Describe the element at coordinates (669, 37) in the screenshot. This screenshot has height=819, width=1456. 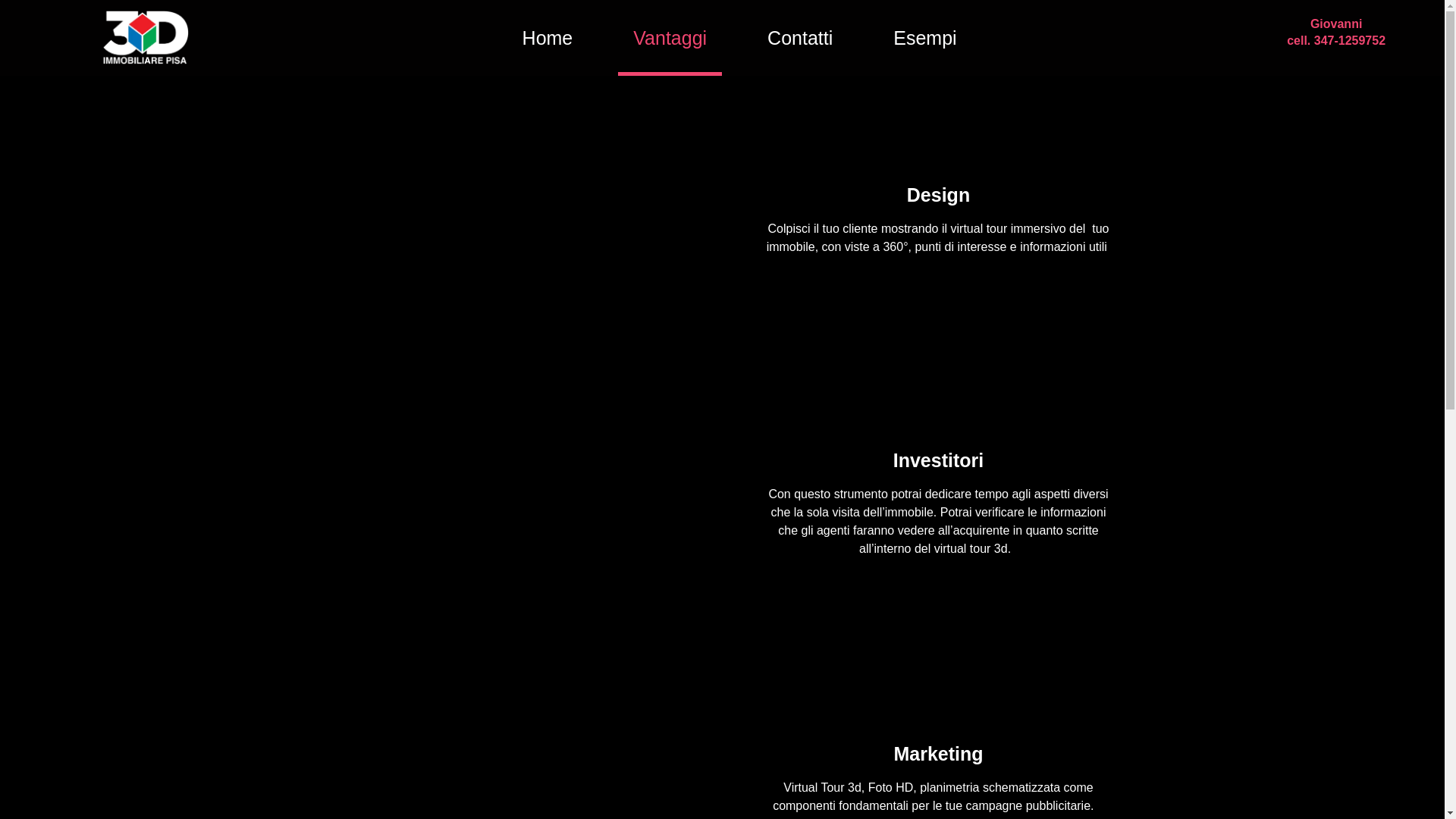
I see `'Vantaggi'` at that location.